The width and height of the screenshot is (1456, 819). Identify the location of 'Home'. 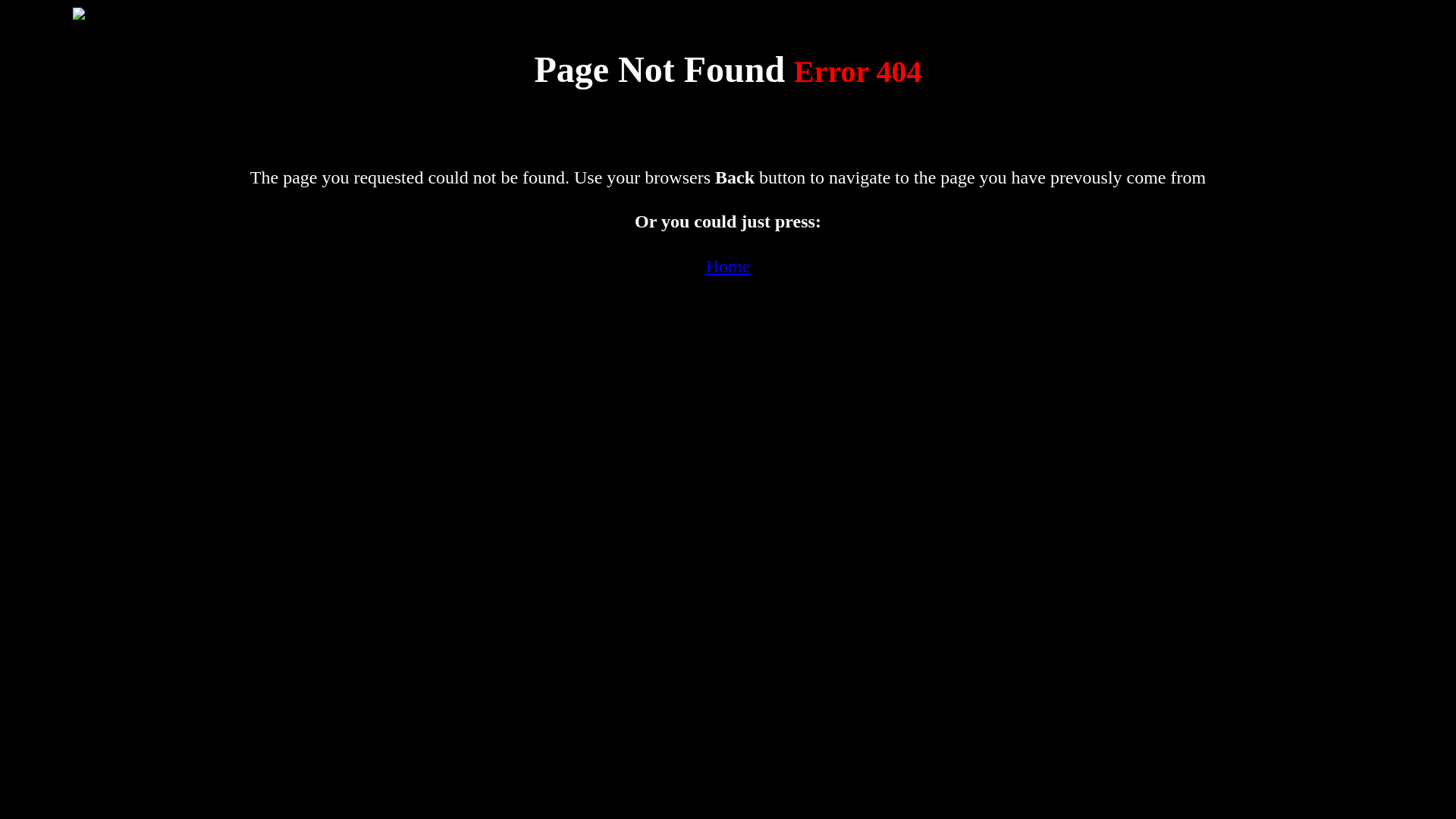
(728, 265).